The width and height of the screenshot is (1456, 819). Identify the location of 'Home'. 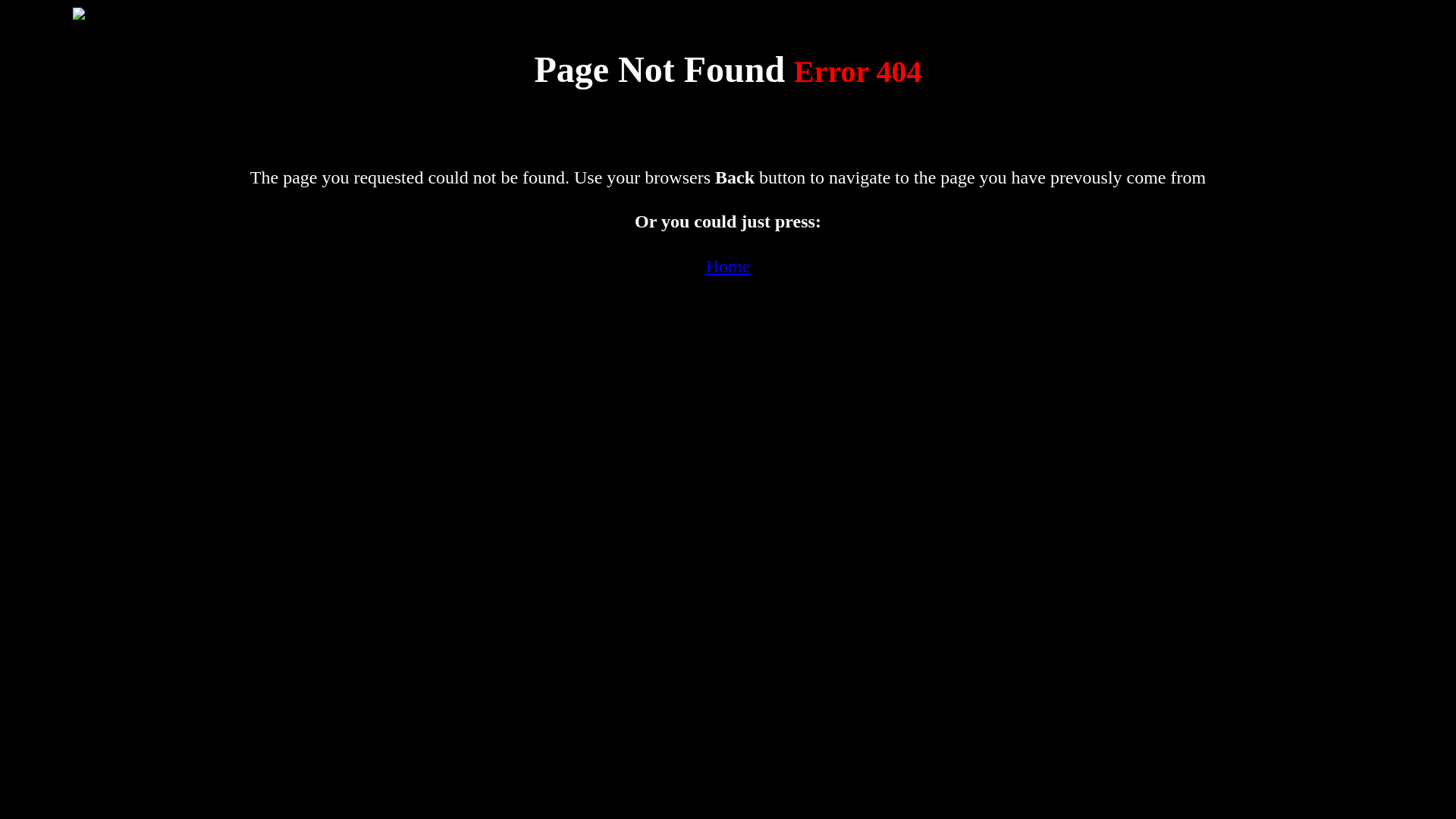
(728, 265).